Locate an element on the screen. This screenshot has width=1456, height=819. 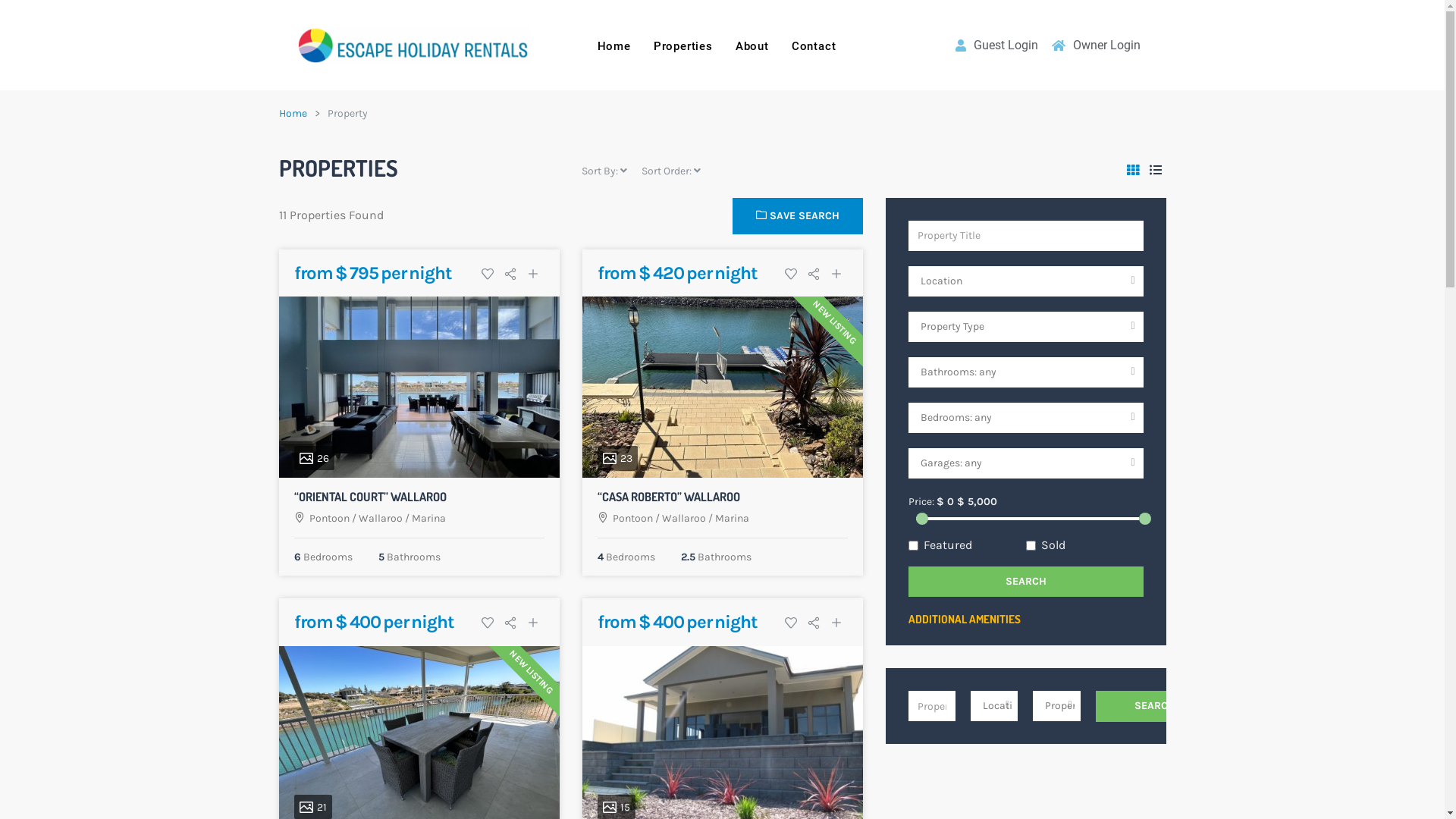
'Guest Login' is located at coordinates (949, 45).